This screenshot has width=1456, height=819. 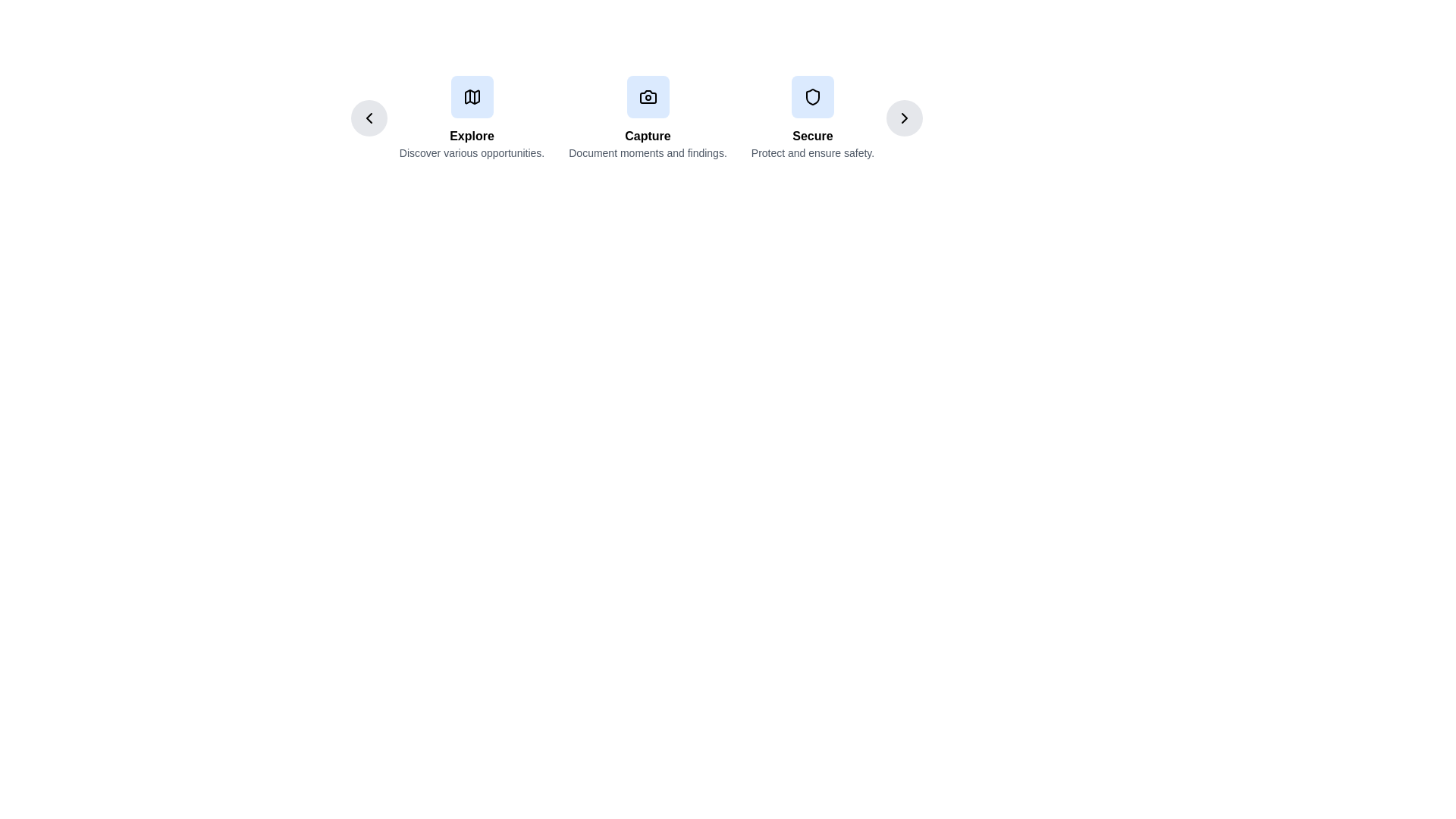 What do you see at coordinates (471, 136) in the screenshot?
I see `Text Label located in the second content block, positioned beneath a map icon and above the descriptive text 'Discover various opportunities.'` at bounding box center [471, 136].